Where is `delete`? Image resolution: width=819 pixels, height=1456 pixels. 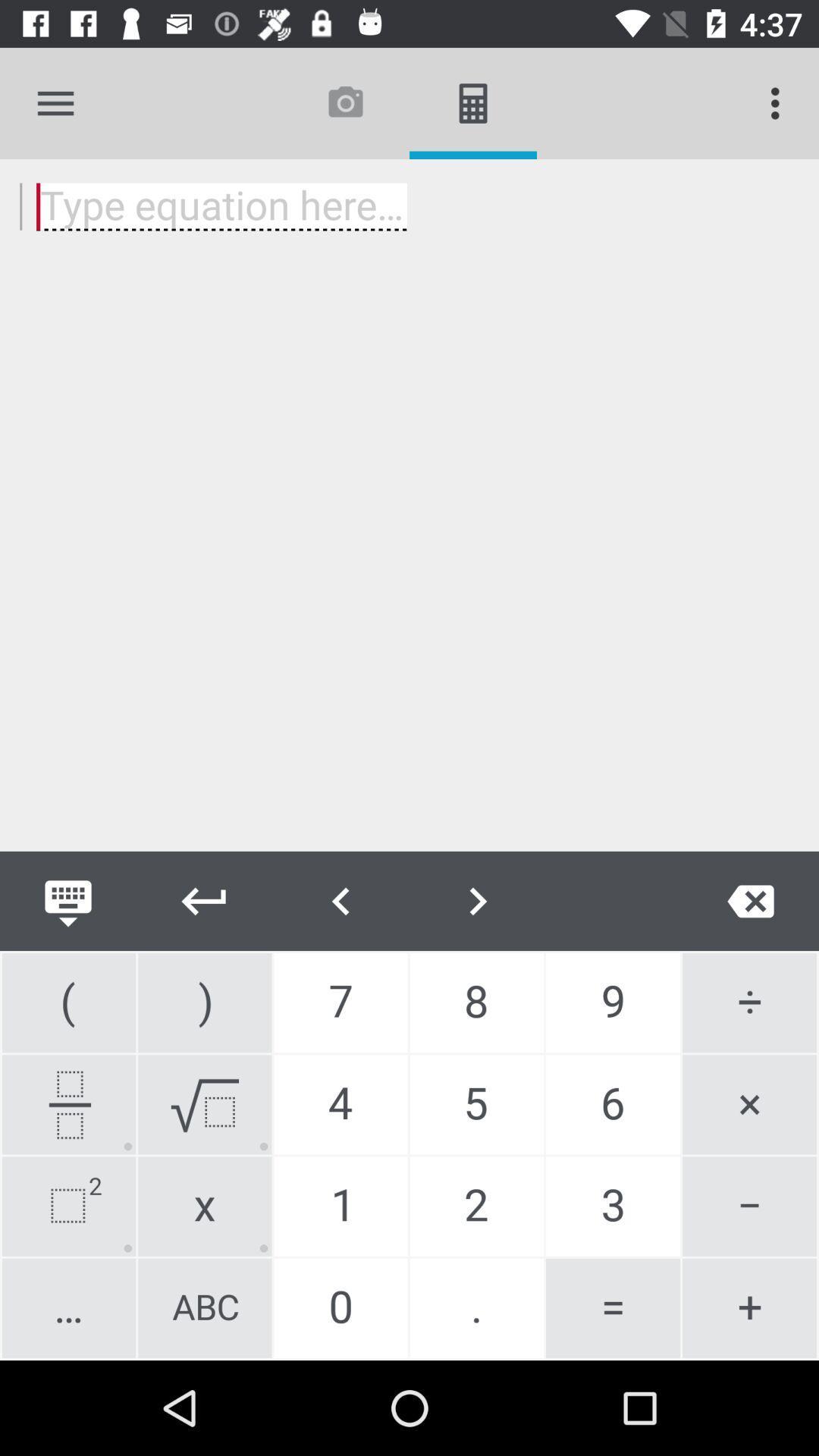 delete is located at coordinates (751, 901).